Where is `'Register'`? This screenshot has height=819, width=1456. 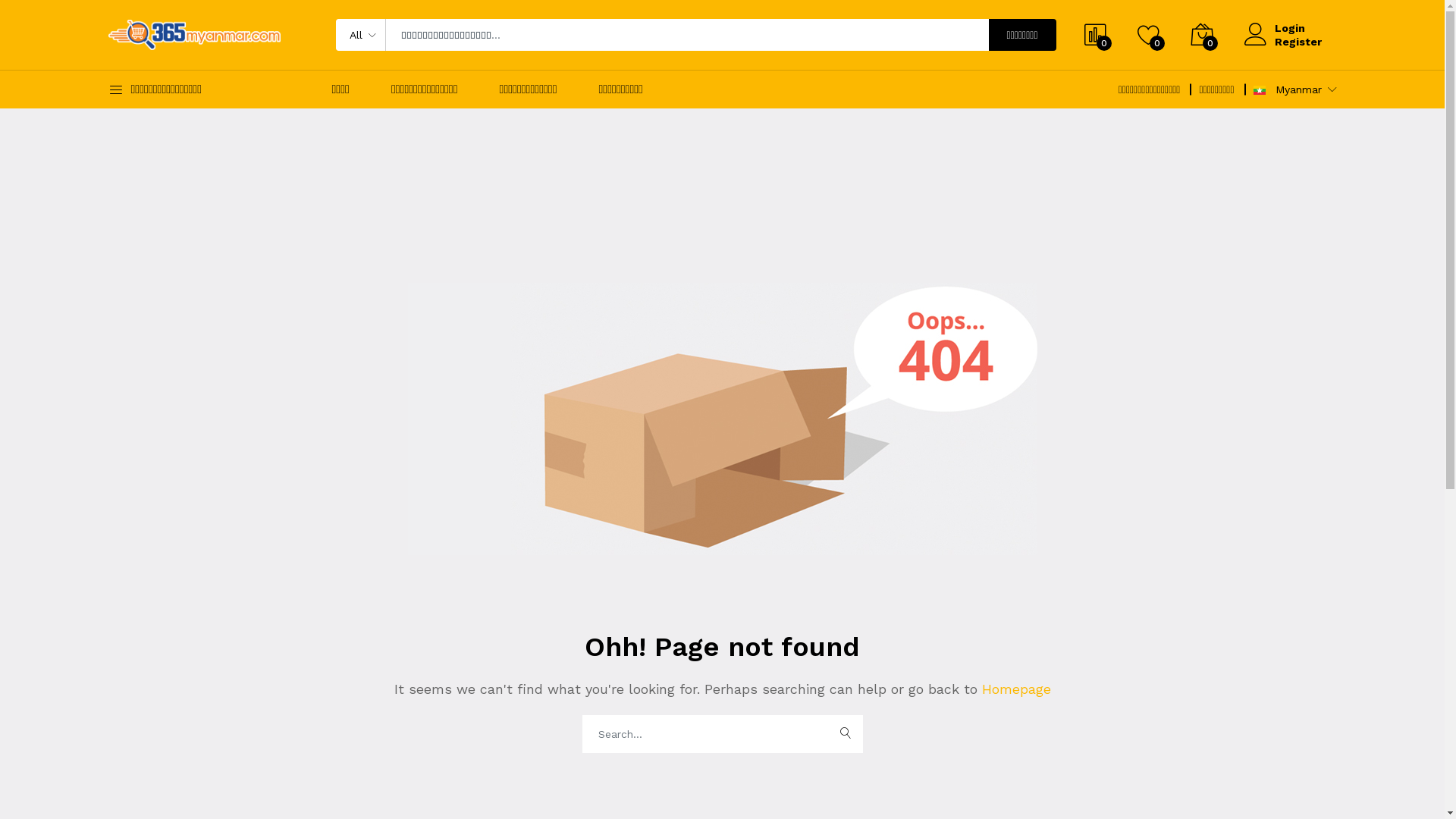 'Register' is located at coordinates (1296, 40).